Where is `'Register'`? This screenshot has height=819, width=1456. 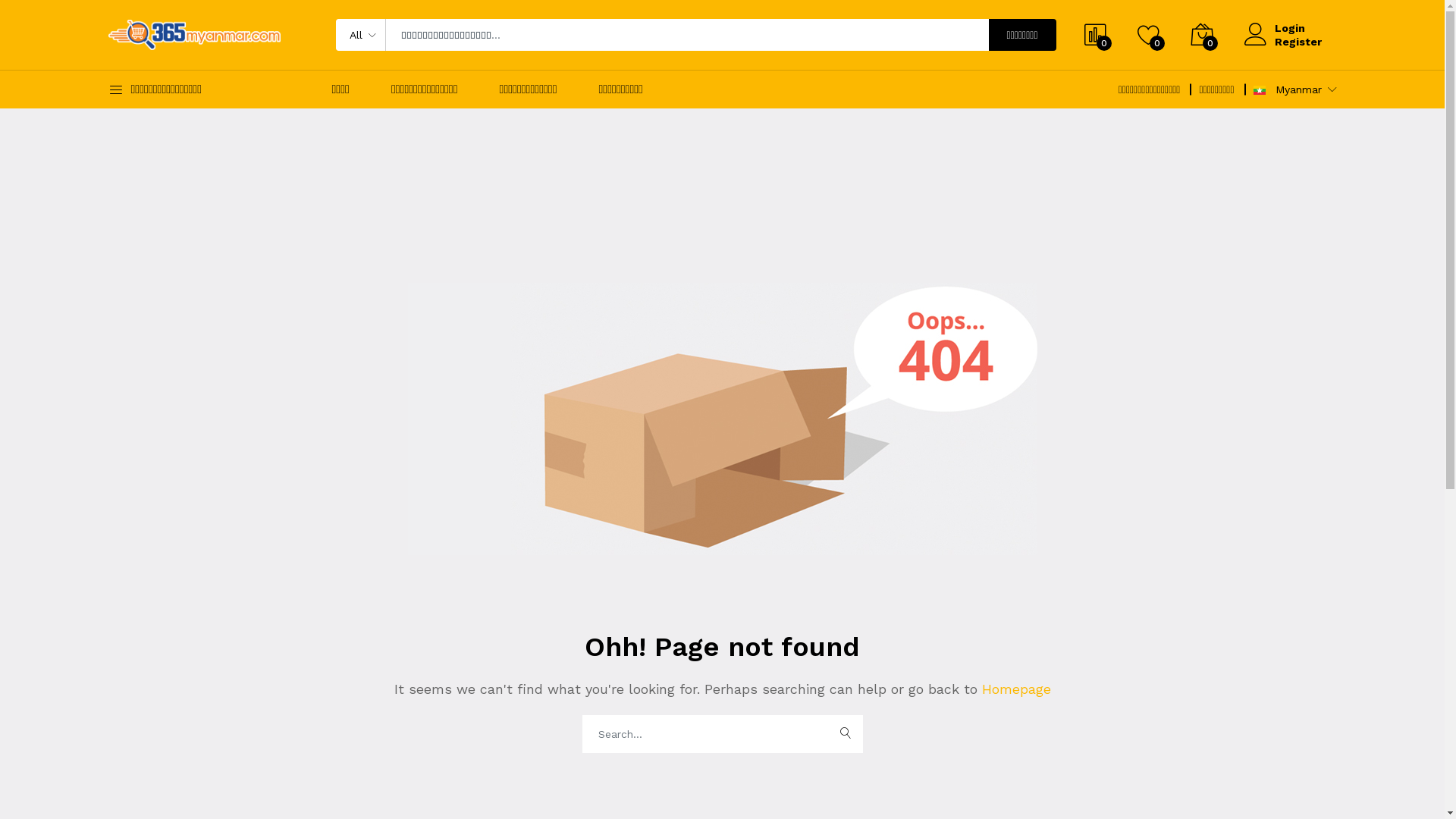 'Register' is located at coordinates (1296, 40).